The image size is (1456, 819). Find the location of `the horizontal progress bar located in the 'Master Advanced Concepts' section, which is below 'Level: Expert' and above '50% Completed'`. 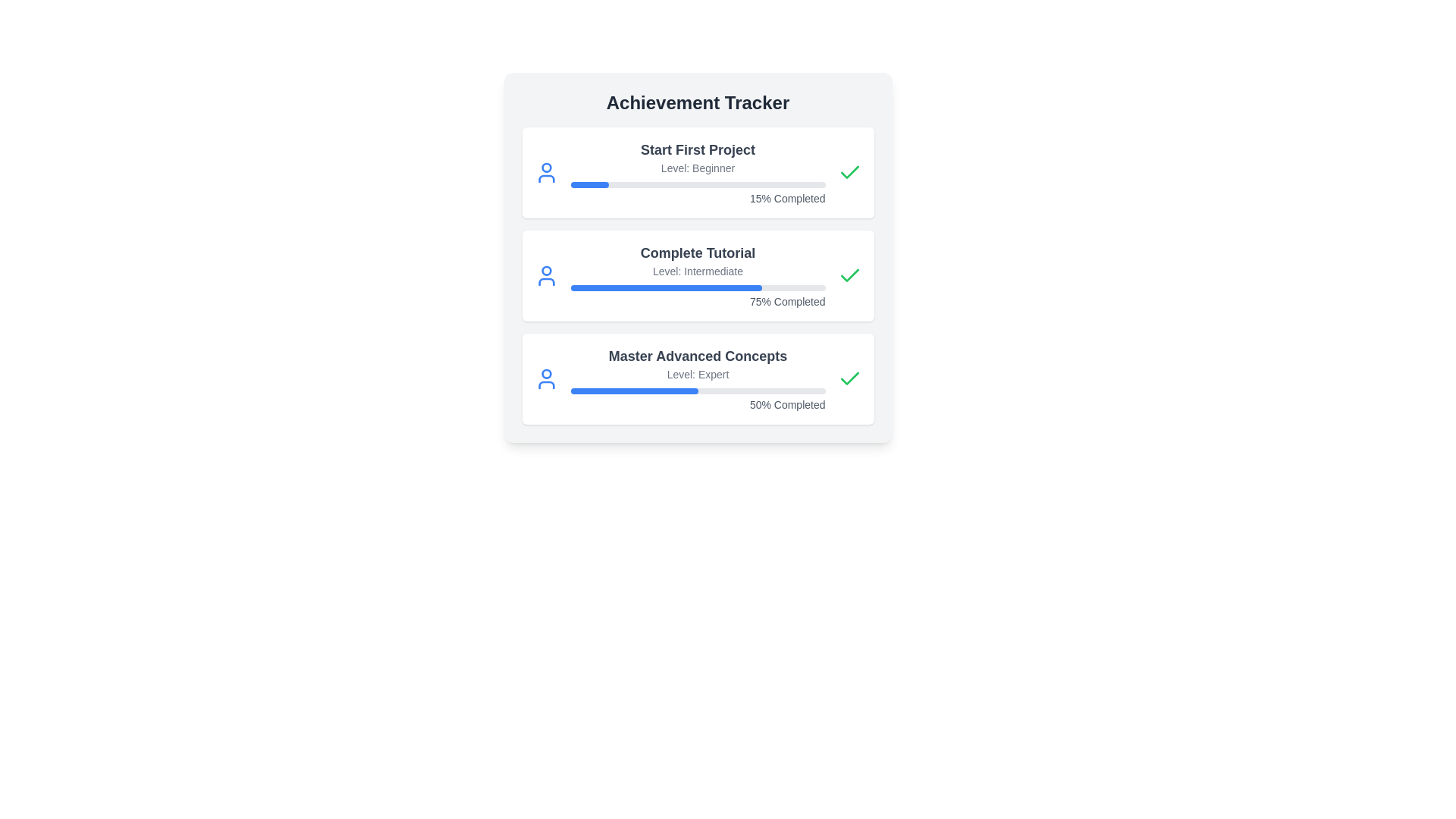

the horizontal progress bar located in the 'Master Advanced Concepts' section, which is below 'Level: Expert' and above '50% Completed' is located at coordinates (697, 391).